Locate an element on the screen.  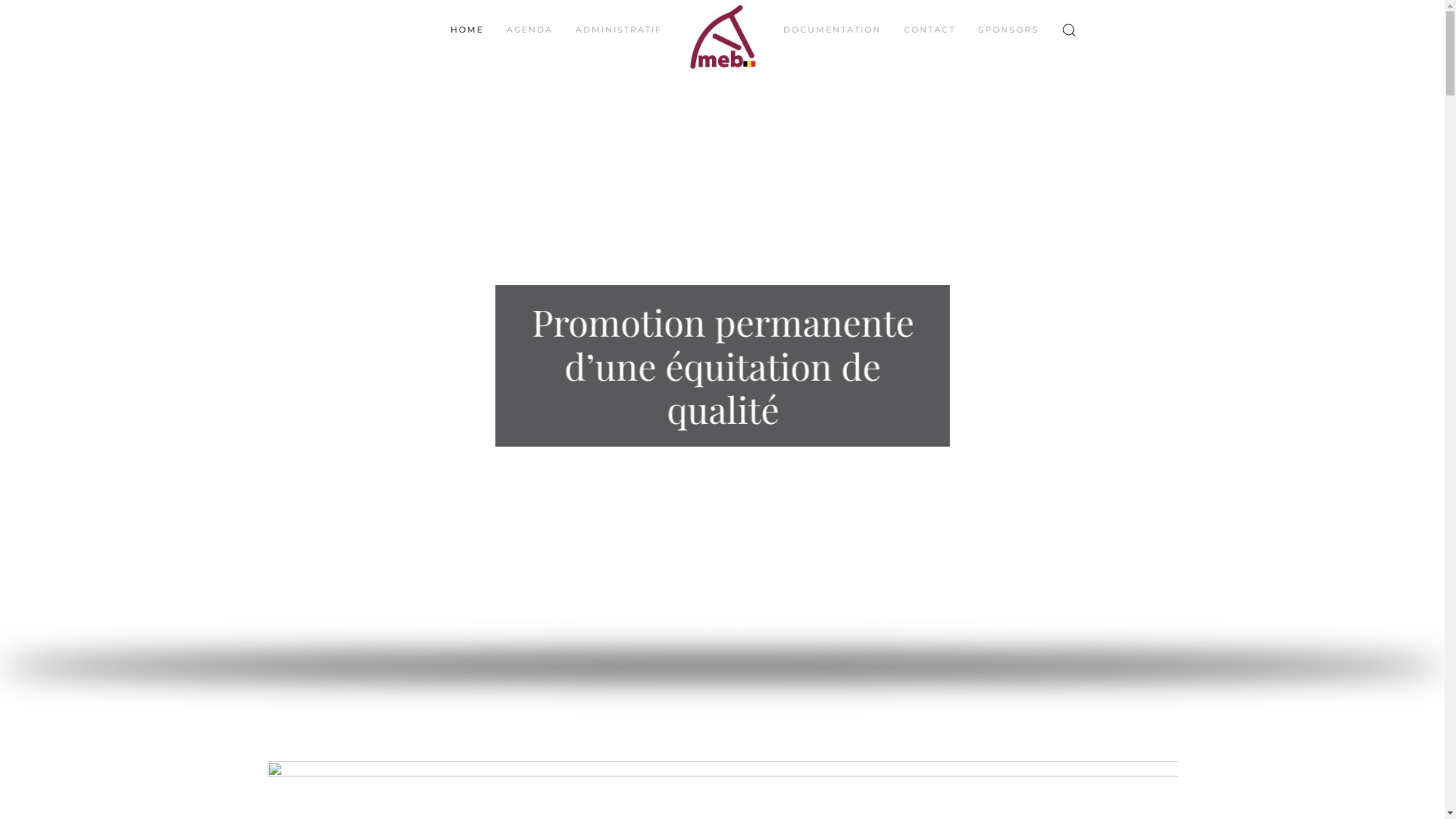
'CONTACT' is located at coordinates (928, 30).